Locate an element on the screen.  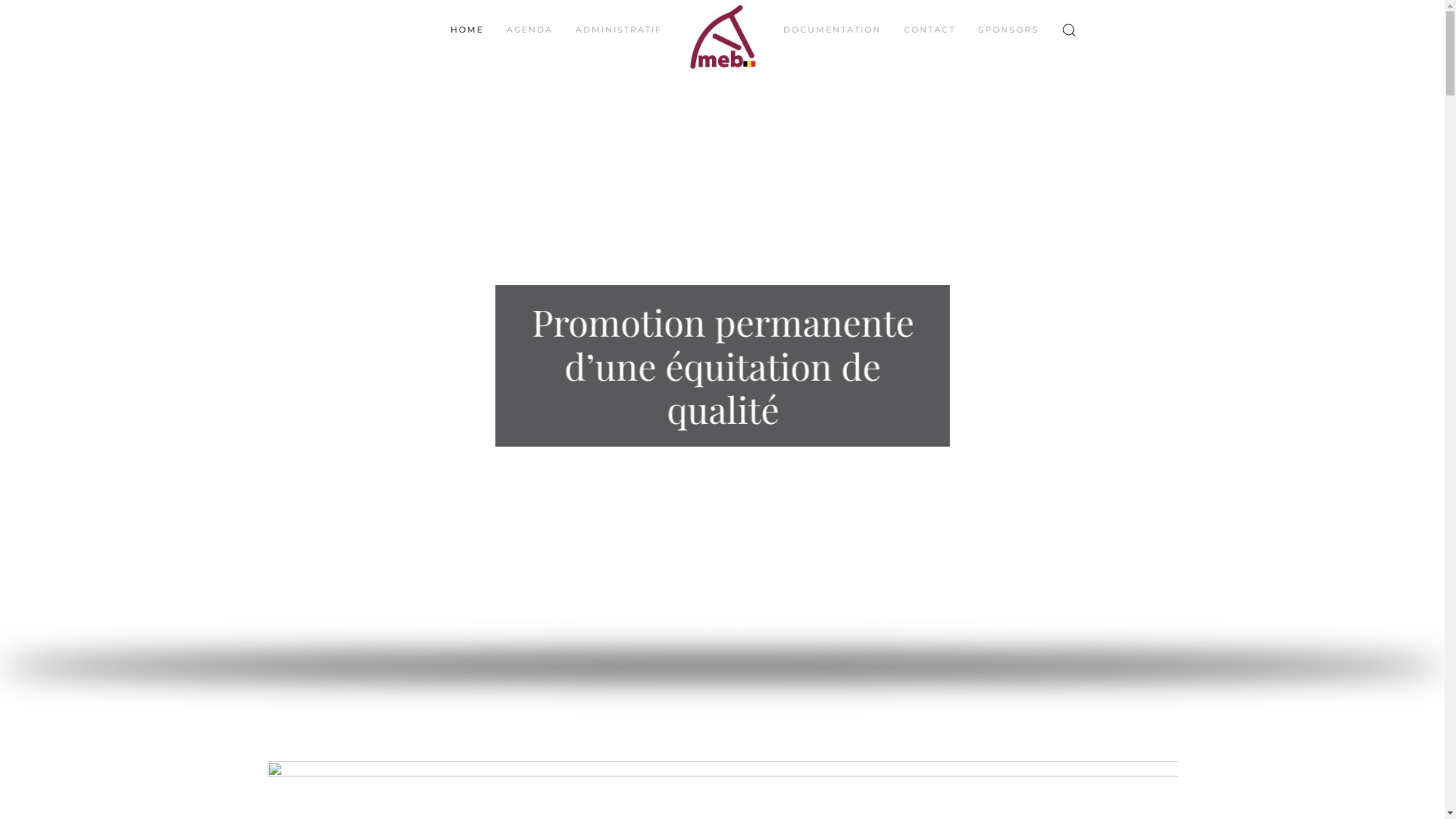
'CONTACT' is located at coordinates (928, 30).